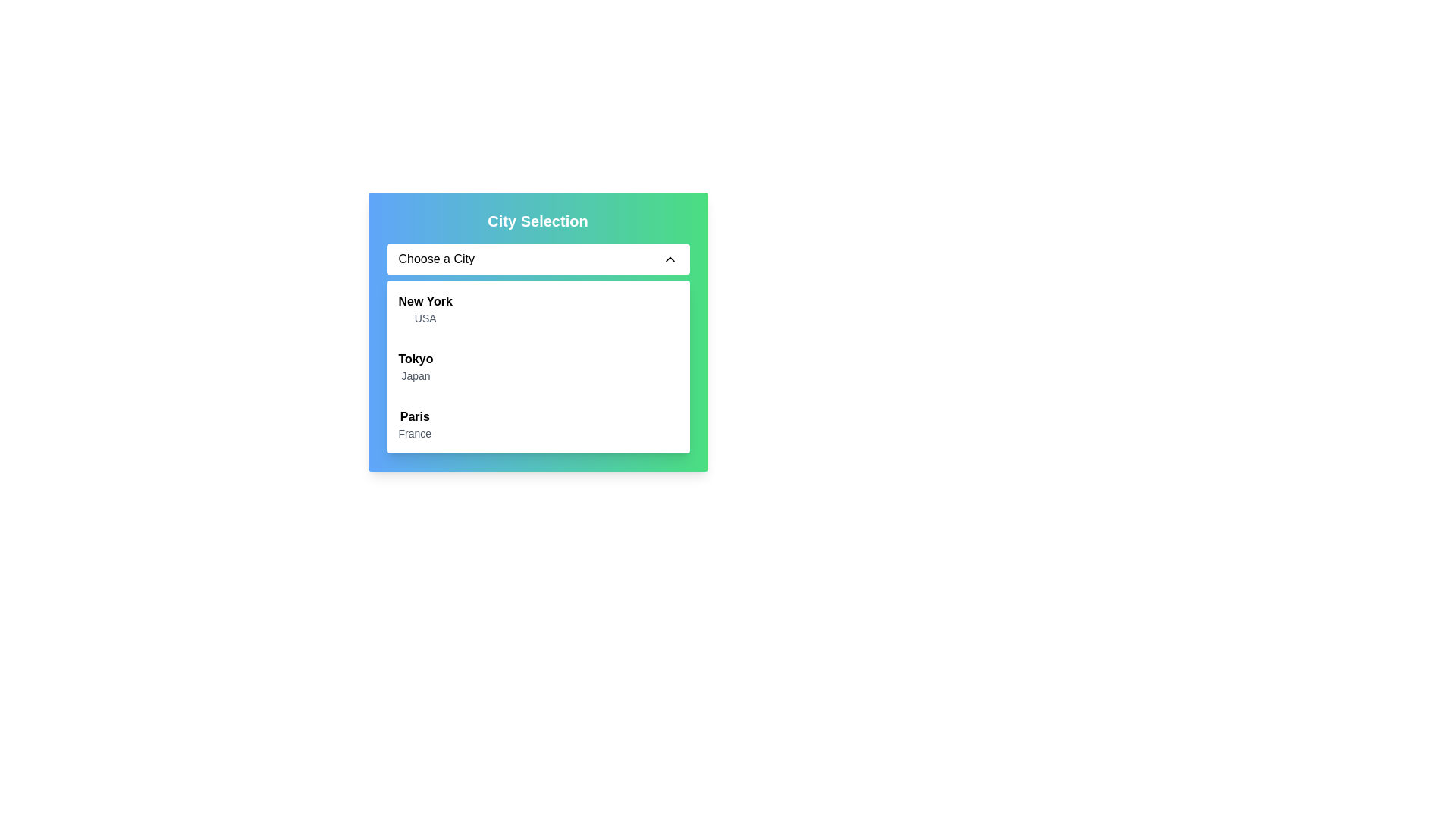  Describe the element at coordinates (415, 417) in the screenshot. I see `the text label displaying 'Paris' in the city selection dropdown list, which is positioned above the sibling element containing 'France'` at that location.